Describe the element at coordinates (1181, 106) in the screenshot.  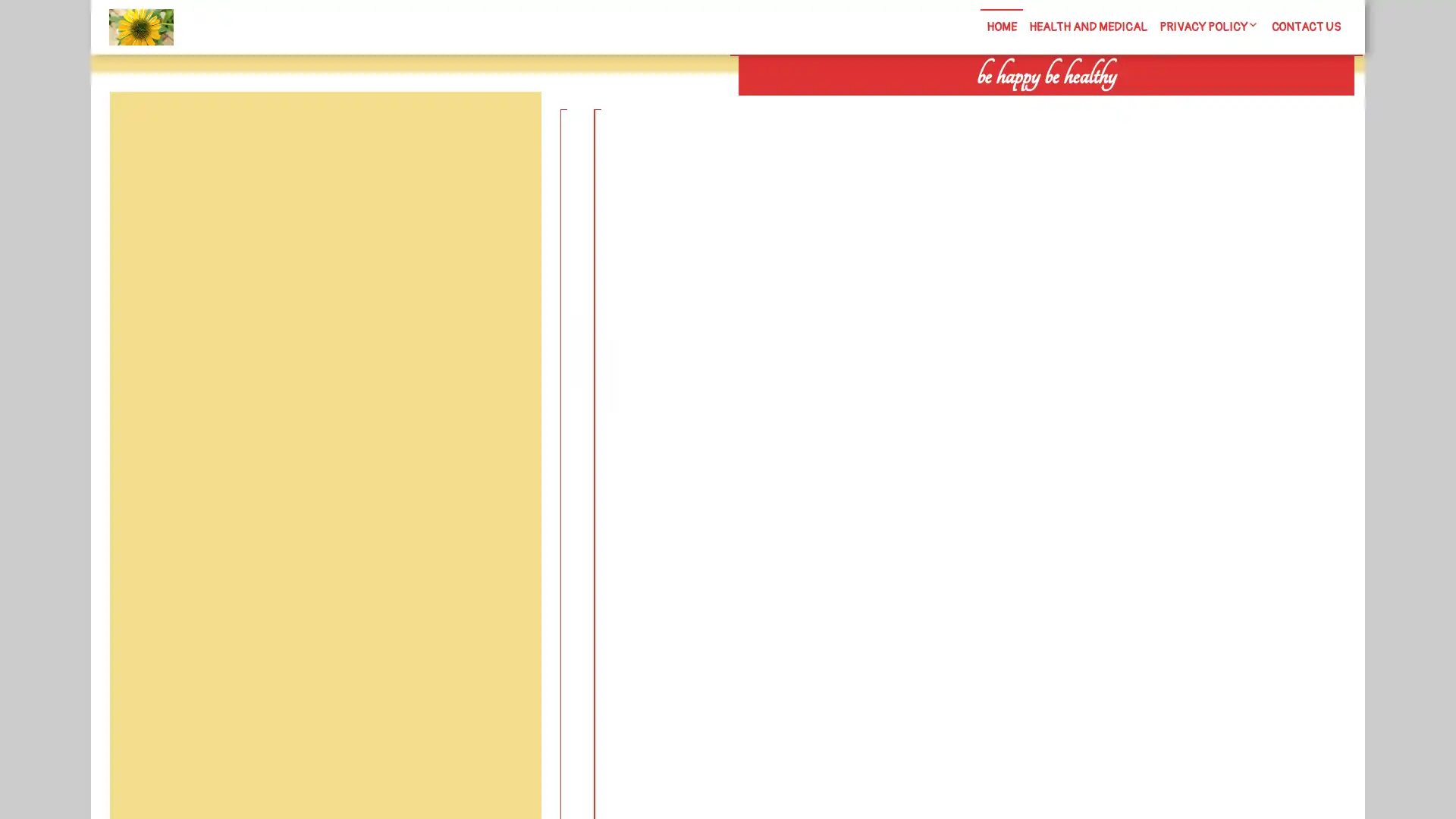
I see `Search` at that location.